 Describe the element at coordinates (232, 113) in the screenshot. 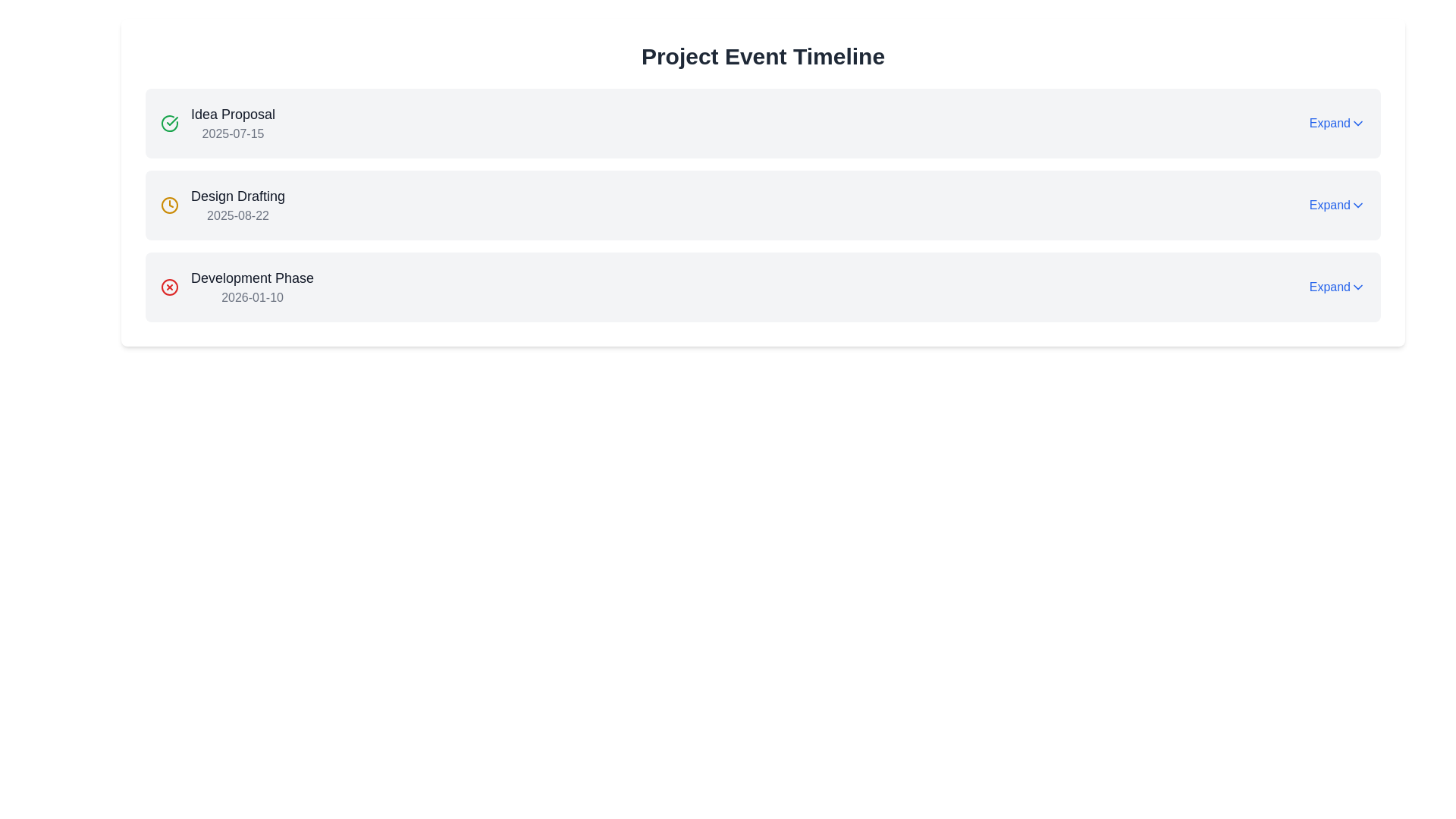

I see `'Idea Proposal' header text element located at the top of the vertical timeline, adjacent to a green check icon, for styling or textual details` at that location.